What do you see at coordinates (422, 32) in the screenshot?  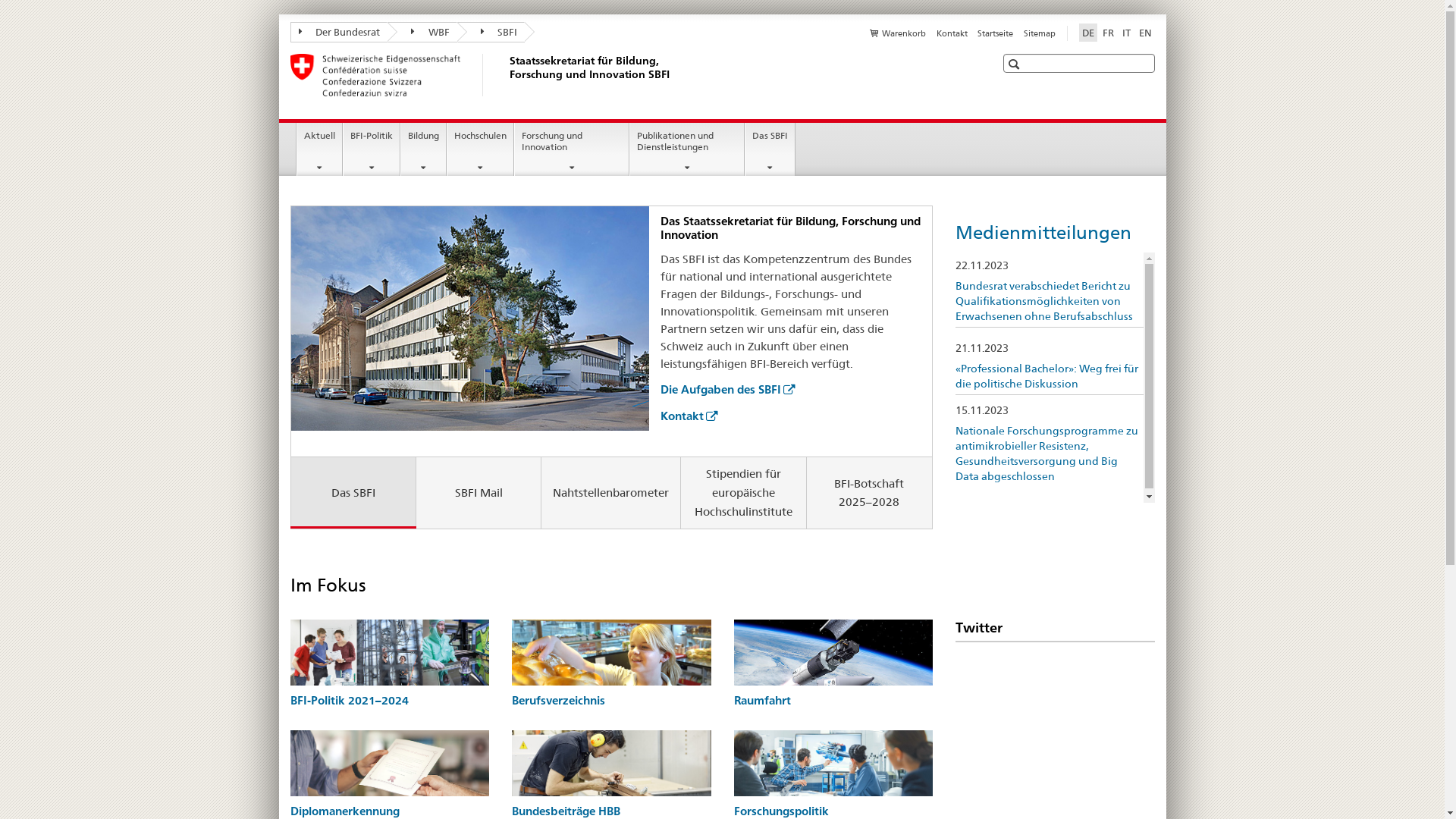 I see `'WBF'` at bounding box center [422, 32].